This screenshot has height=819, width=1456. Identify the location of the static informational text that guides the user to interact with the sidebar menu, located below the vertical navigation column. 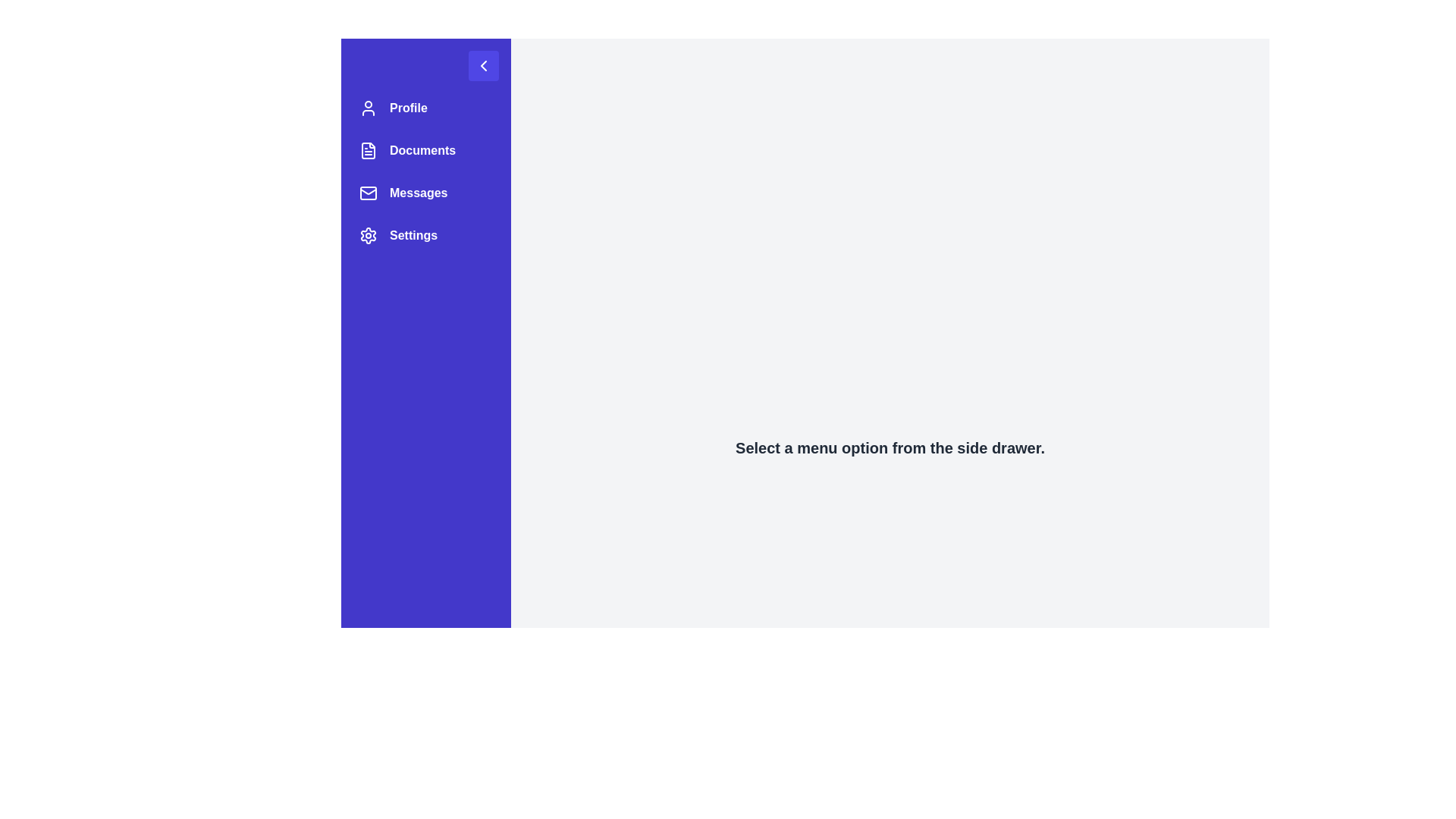
(890, 447).